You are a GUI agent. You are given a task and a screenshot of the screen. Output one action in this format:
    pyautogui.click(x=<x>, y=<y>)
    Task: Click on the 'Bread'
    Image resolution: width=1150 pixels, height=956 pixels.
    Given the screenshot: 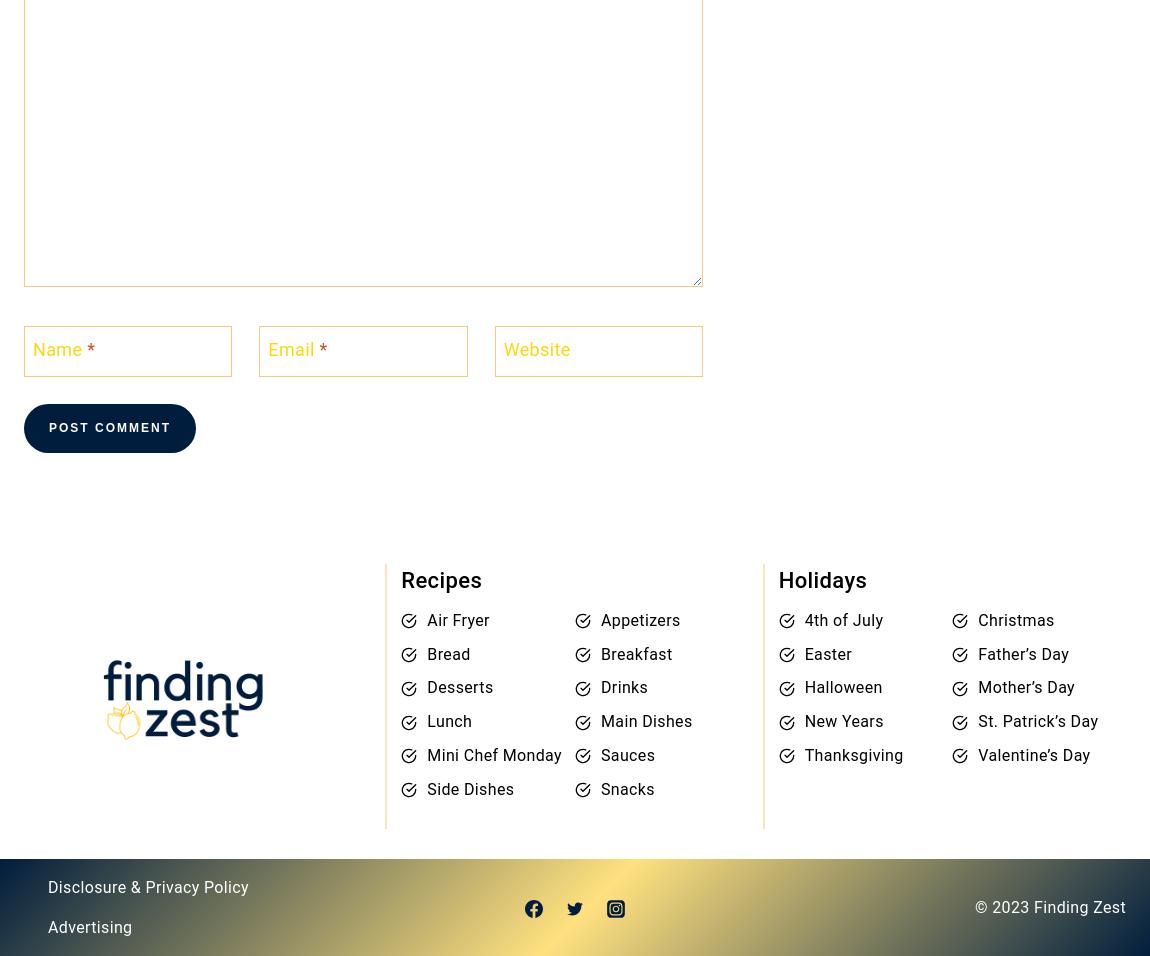 What is the action you would take?
    pyautogui.click(x=448, y=653)
    